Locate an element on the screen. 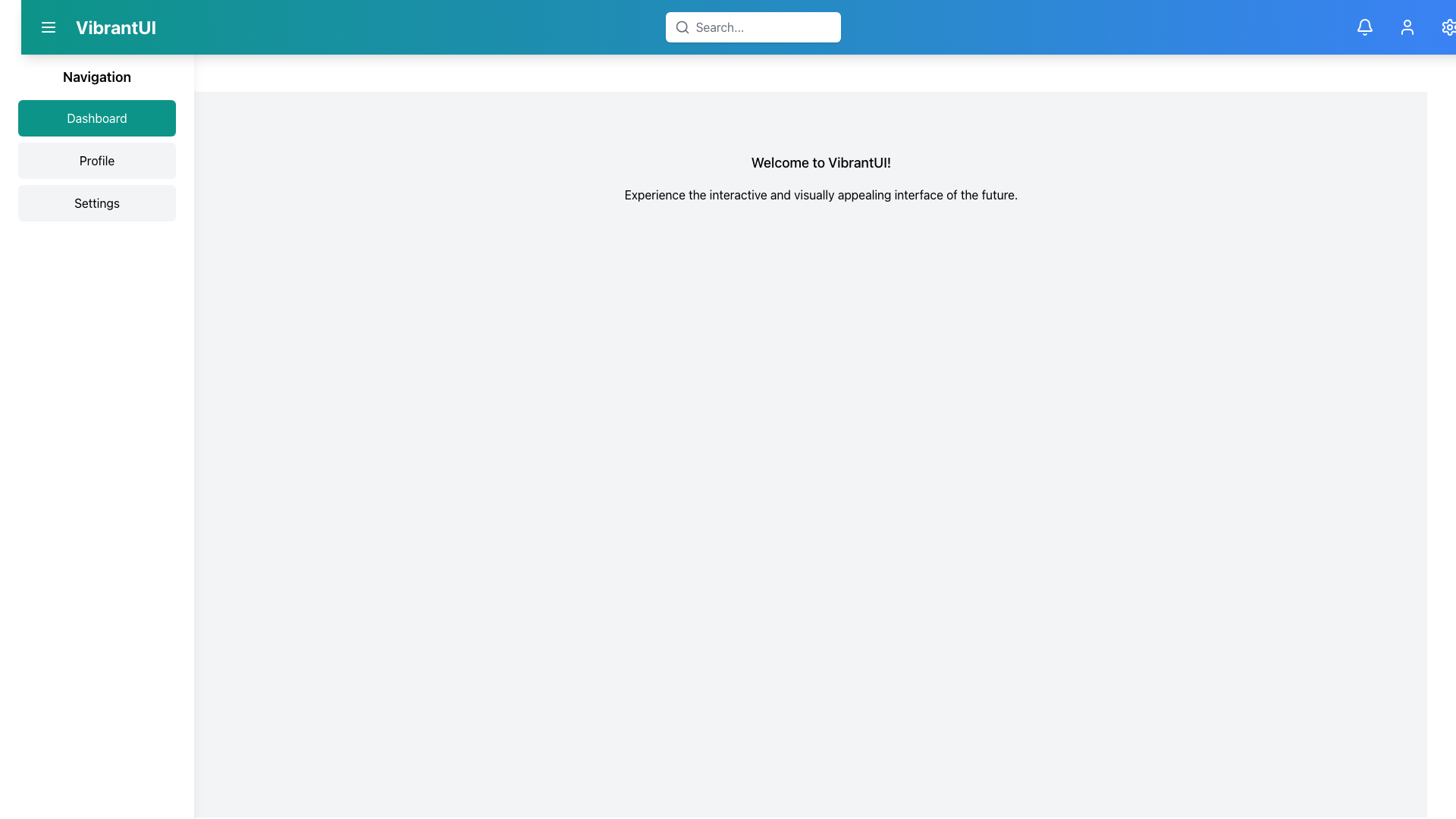 The image size is (1456, 819). the 'VibrantUI' branding logo in the upper-left corner of the navigation bar is located at coordinates (94, 27).